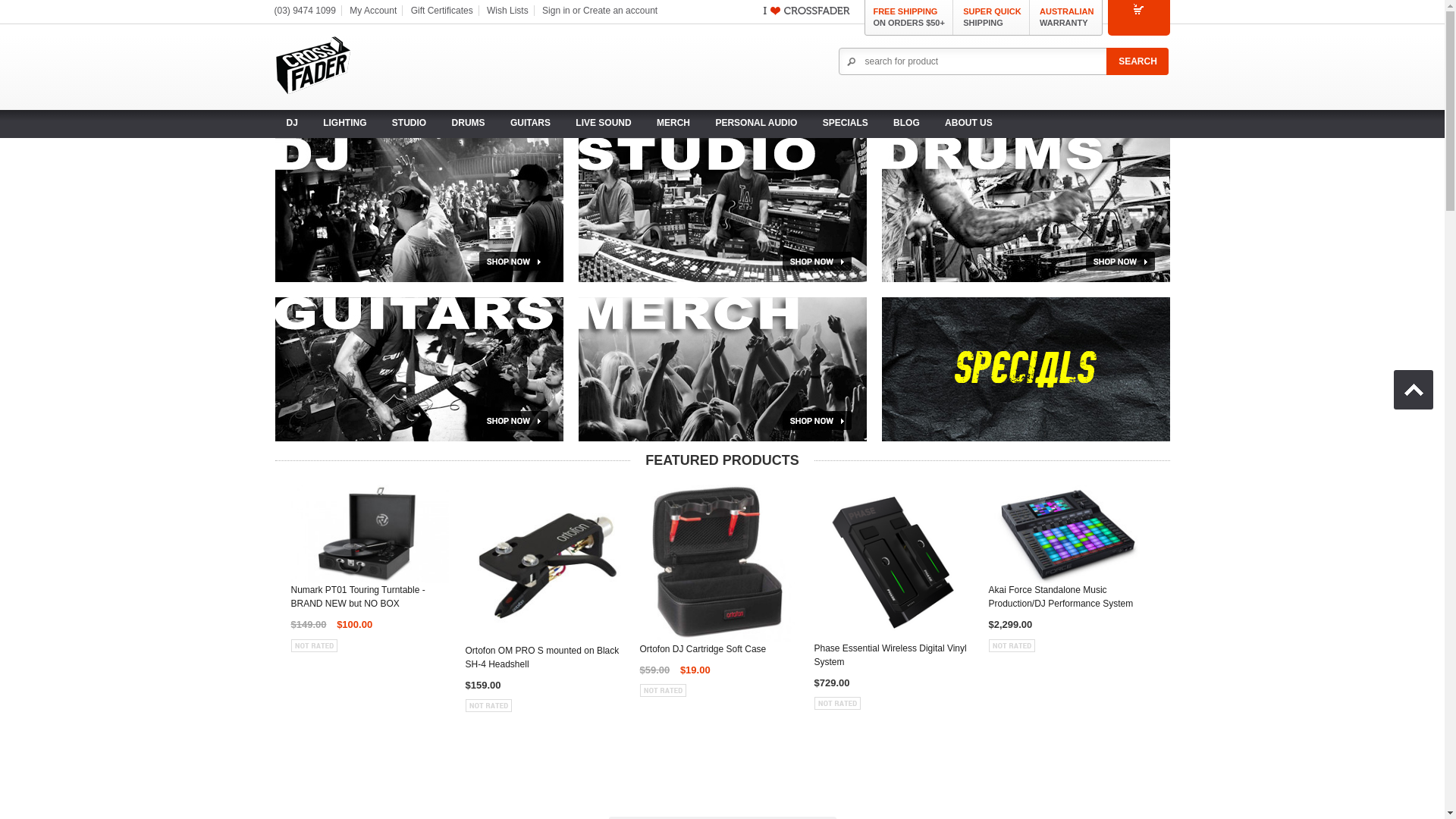 Image resolution: width=1456 pixels, height=819 pixels. Describe the element at coordinates (507, 11) in the screenshot. I see `'Wish Lists'` at that location.